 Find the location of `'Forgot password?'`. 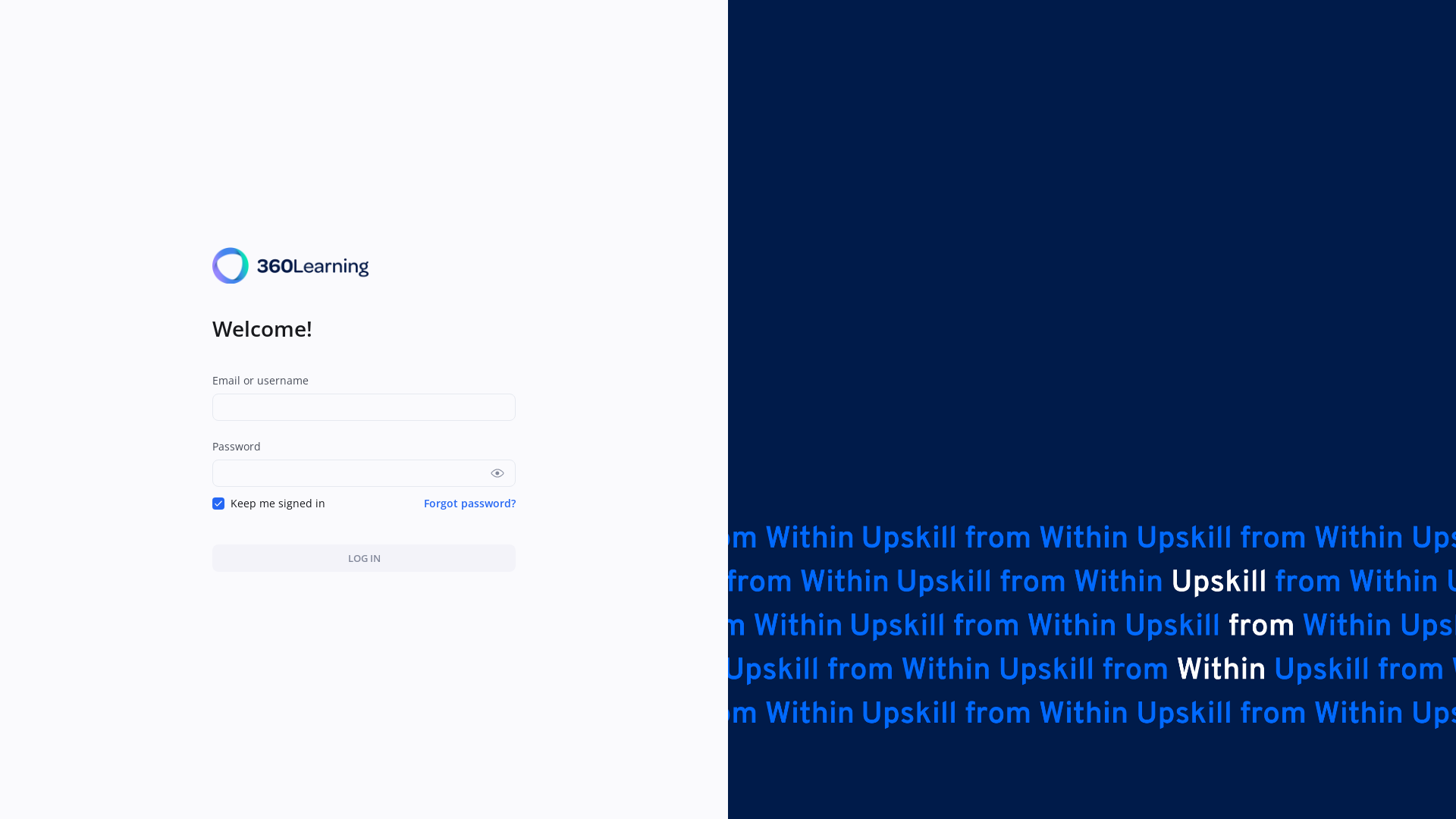

'Forgot password?' is located at coordinates (423, 503).